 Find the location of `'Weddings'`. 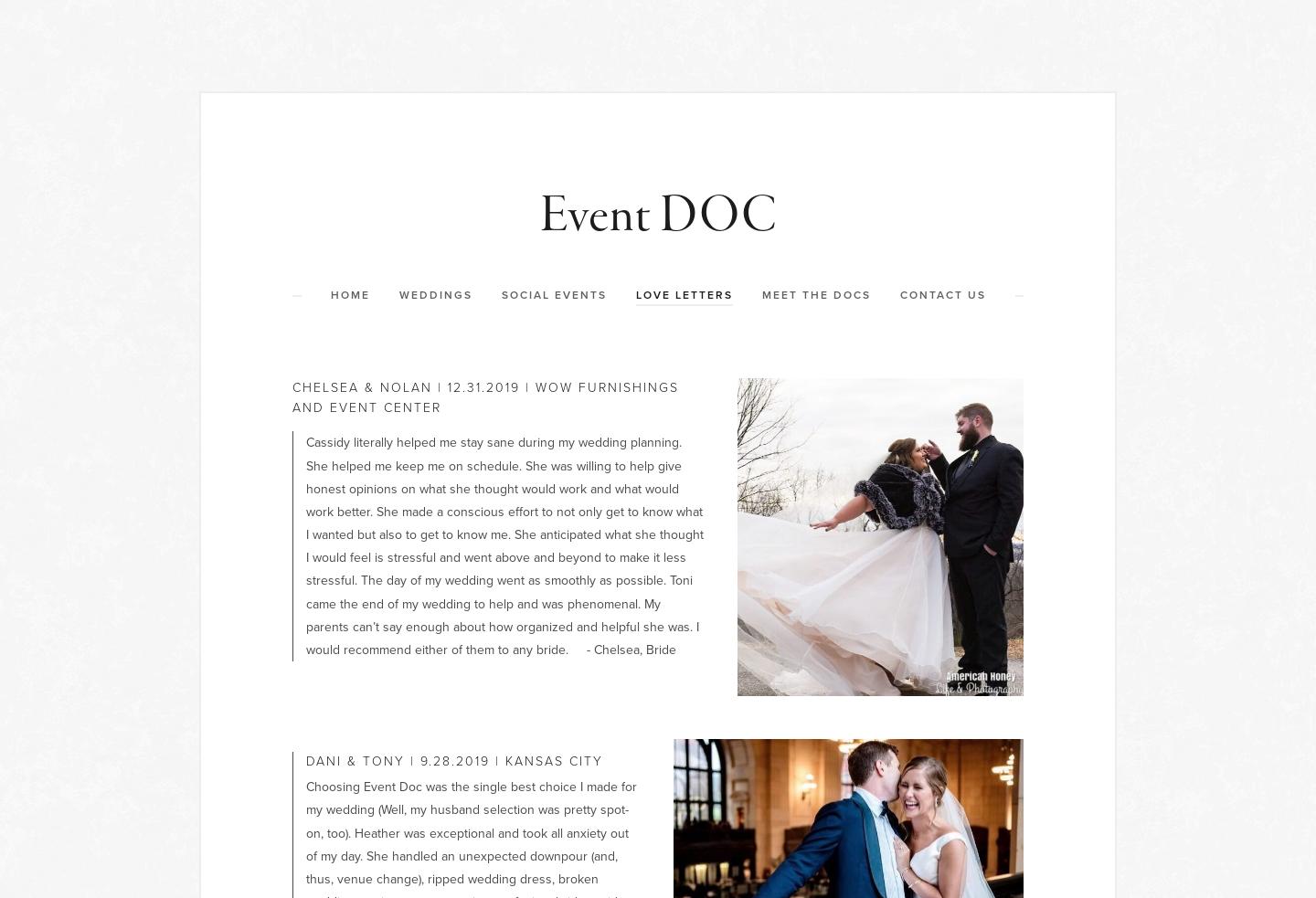

'Weddings' is located at coordinates (398, 295).